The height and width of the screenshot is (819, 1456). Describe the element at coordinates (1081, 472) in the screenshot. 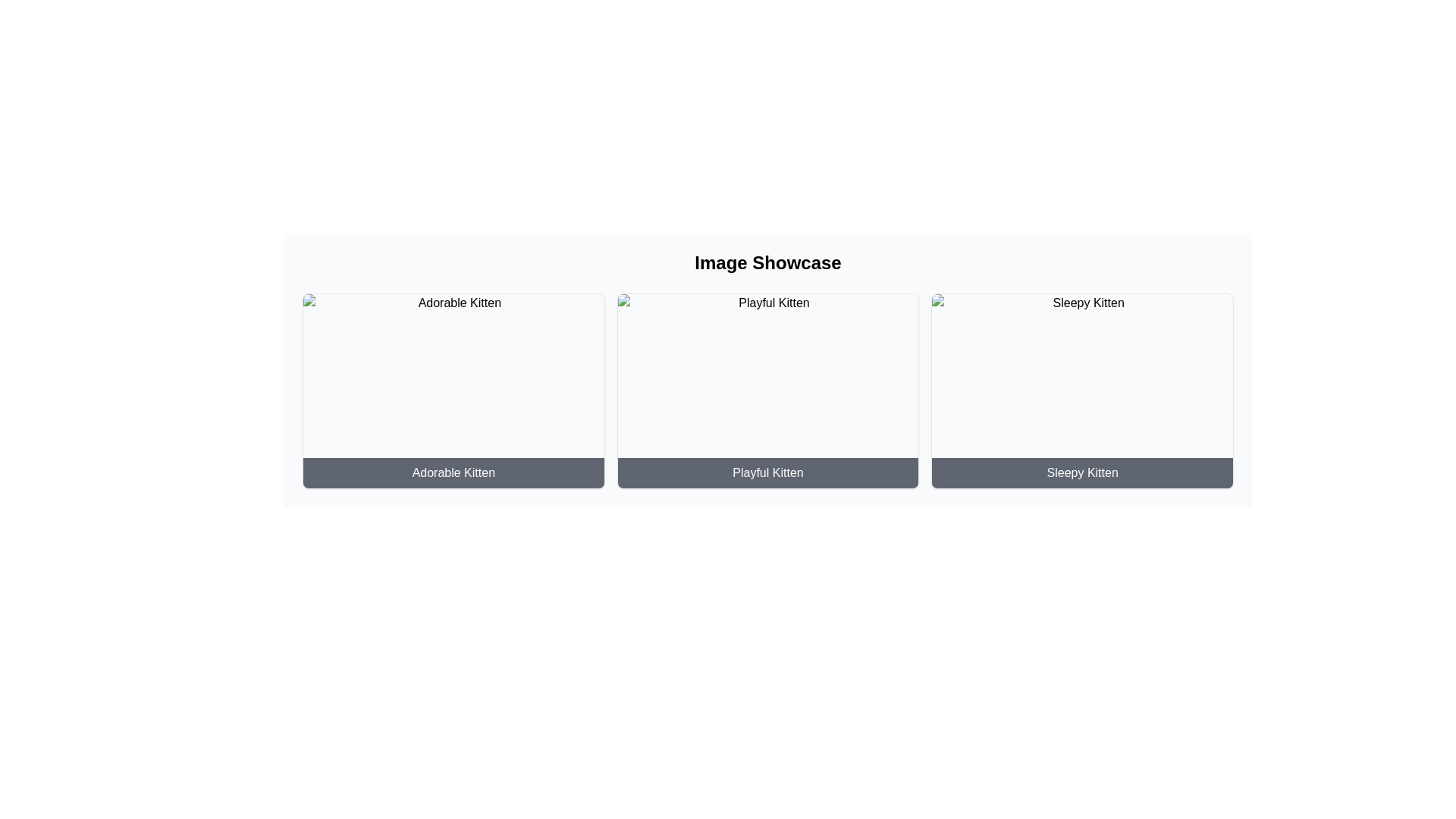

I see `the 'Sleepy Kitten' text label, which is displayed in white on a dark gray transparent background, located at the bottom of a rounded rectangle card` at that location.